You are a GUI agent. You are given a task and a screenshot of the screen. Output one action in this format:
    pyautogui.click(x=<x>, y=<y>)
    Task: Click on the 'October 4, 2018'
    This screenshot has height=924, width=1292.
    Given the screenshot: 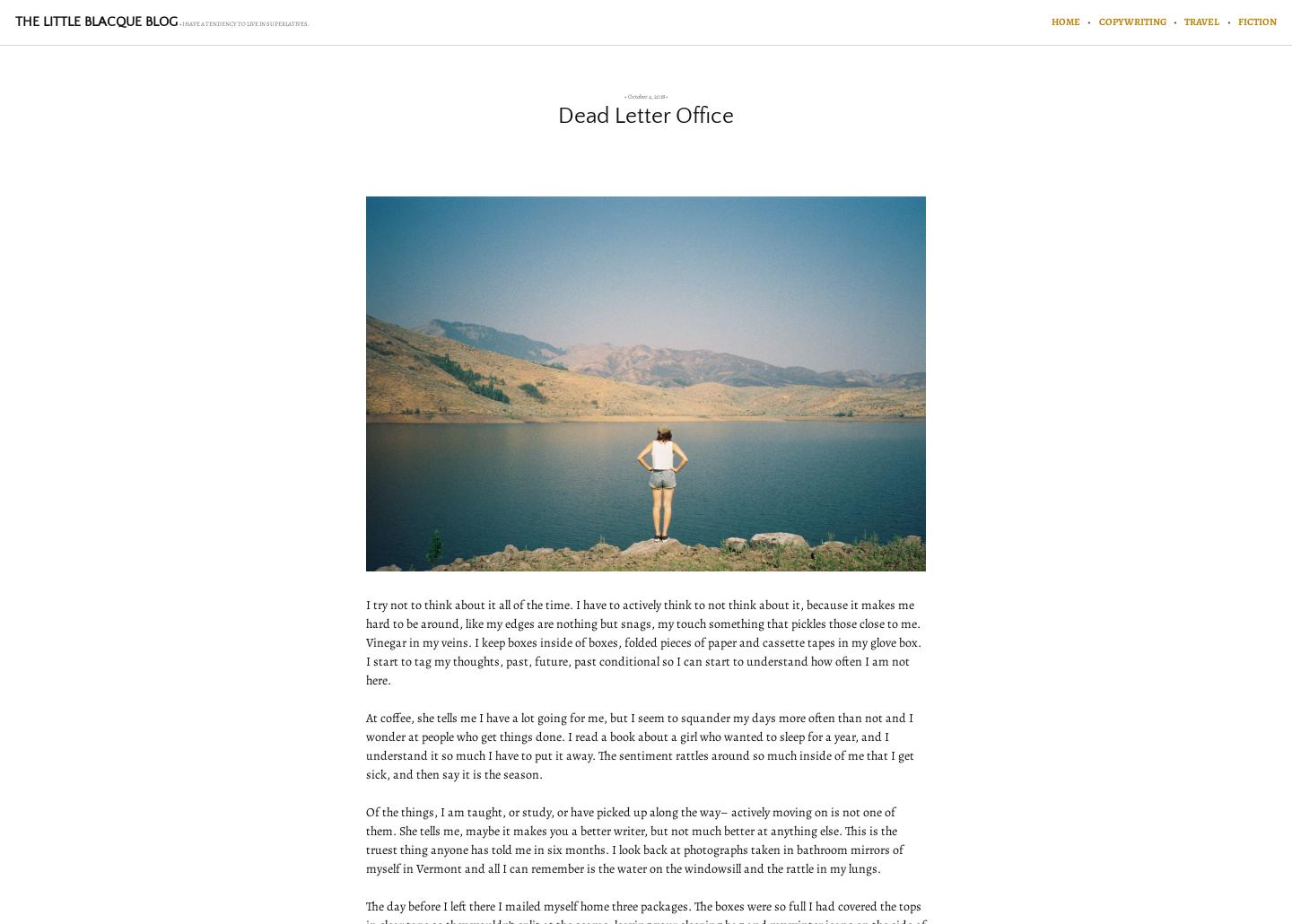 What is the action you would take?
    pyautogui.click(x=626, y=94)
    